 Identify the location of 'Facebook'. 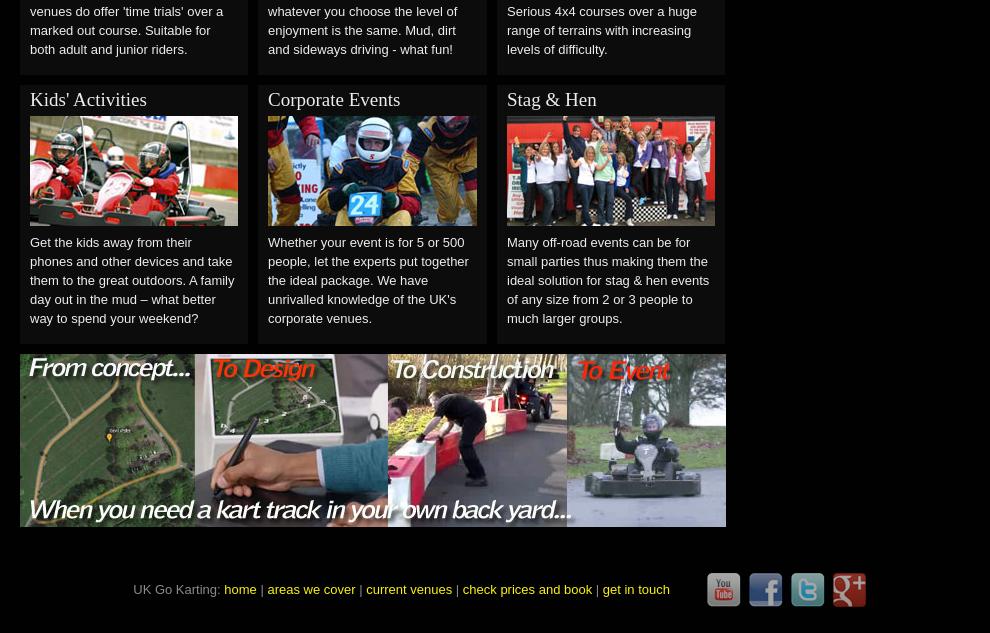
(782, 589).